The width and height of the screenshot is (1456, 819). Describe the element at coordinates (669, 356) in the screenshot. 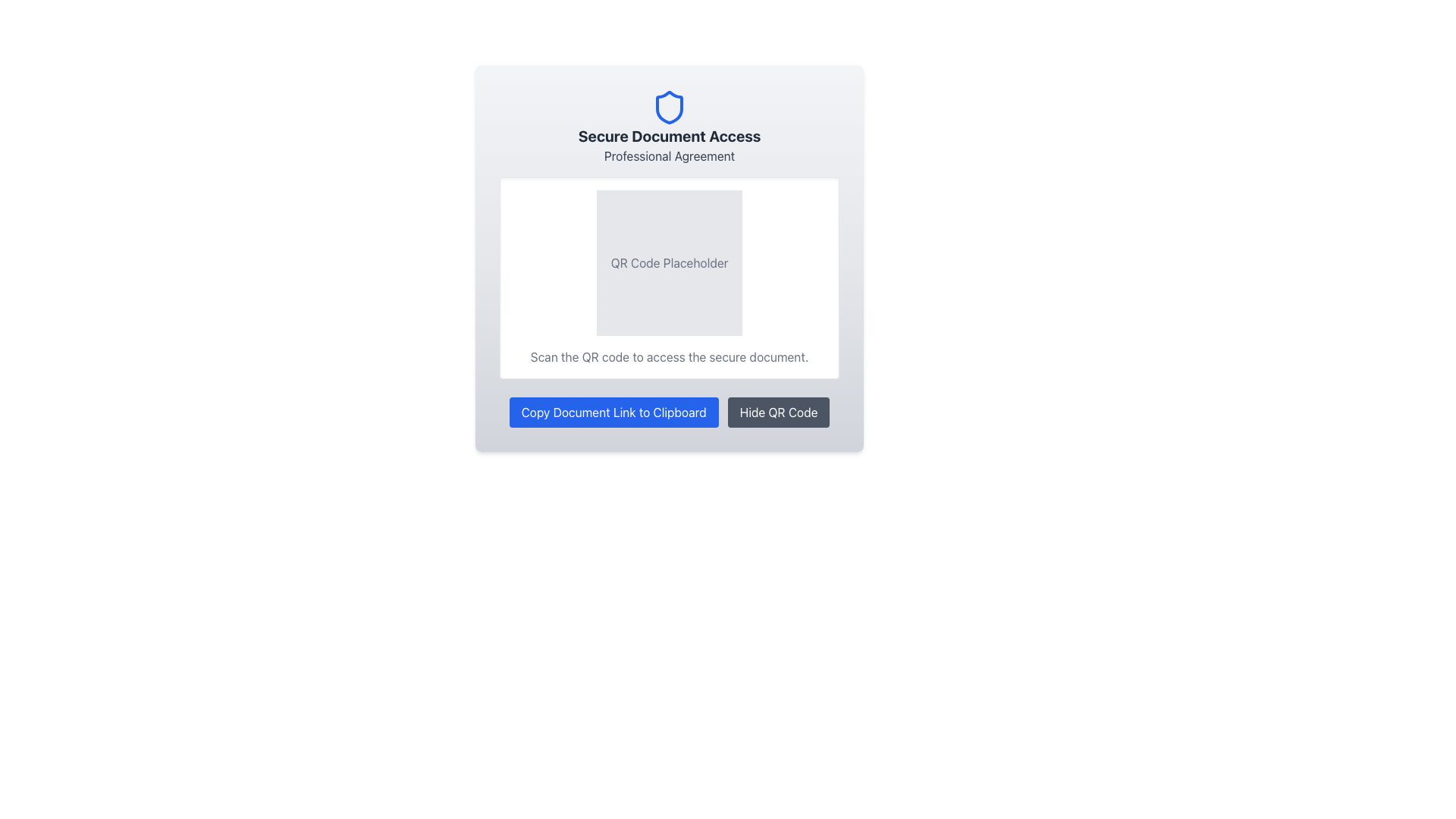

I see `the text label that reads 'Scan the QR code` at that location.